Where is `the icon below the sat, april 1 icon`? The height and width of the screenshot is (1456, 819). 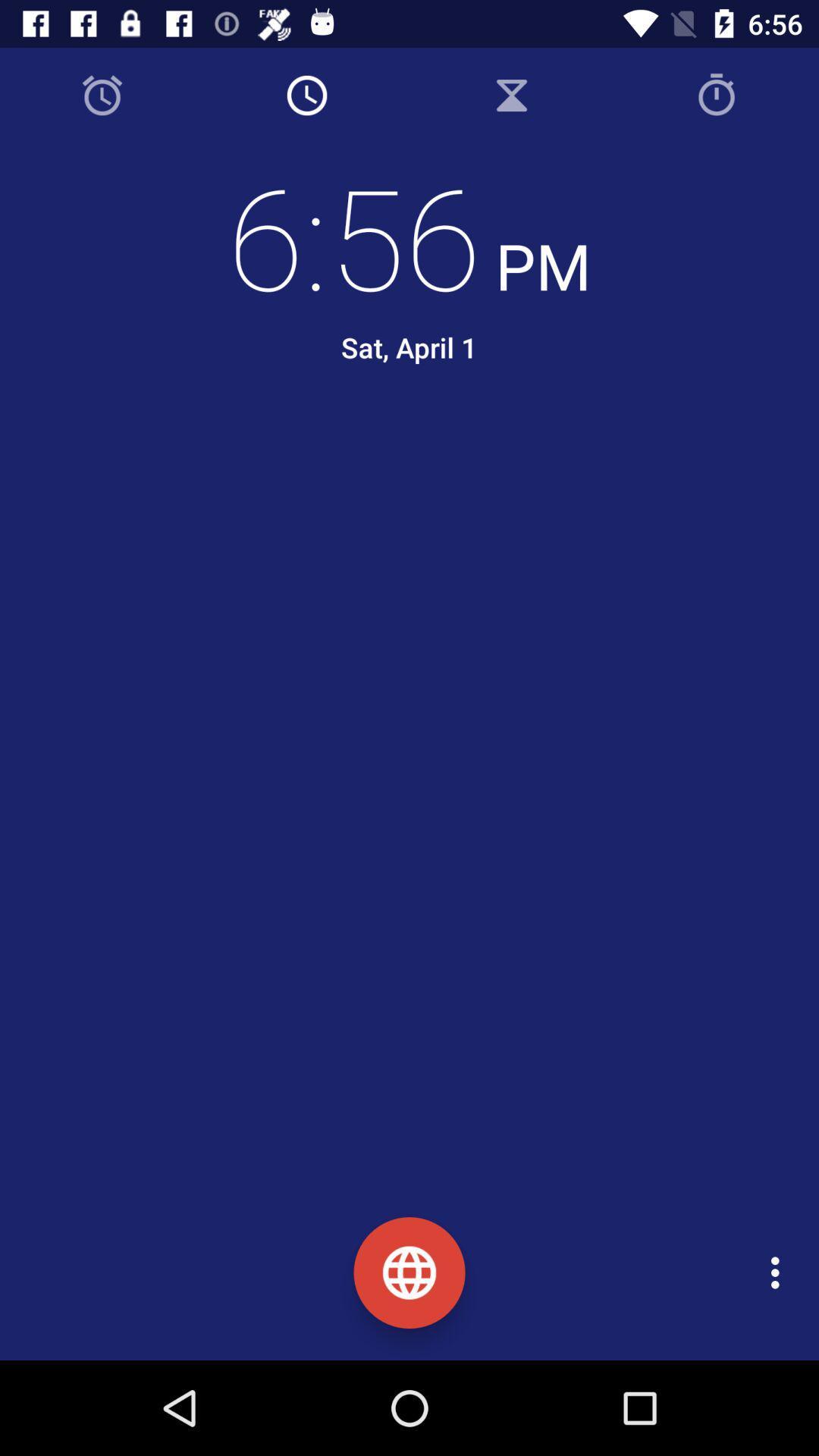
the icon below the sat, april 1 icon is located at coordinates (421, 453).